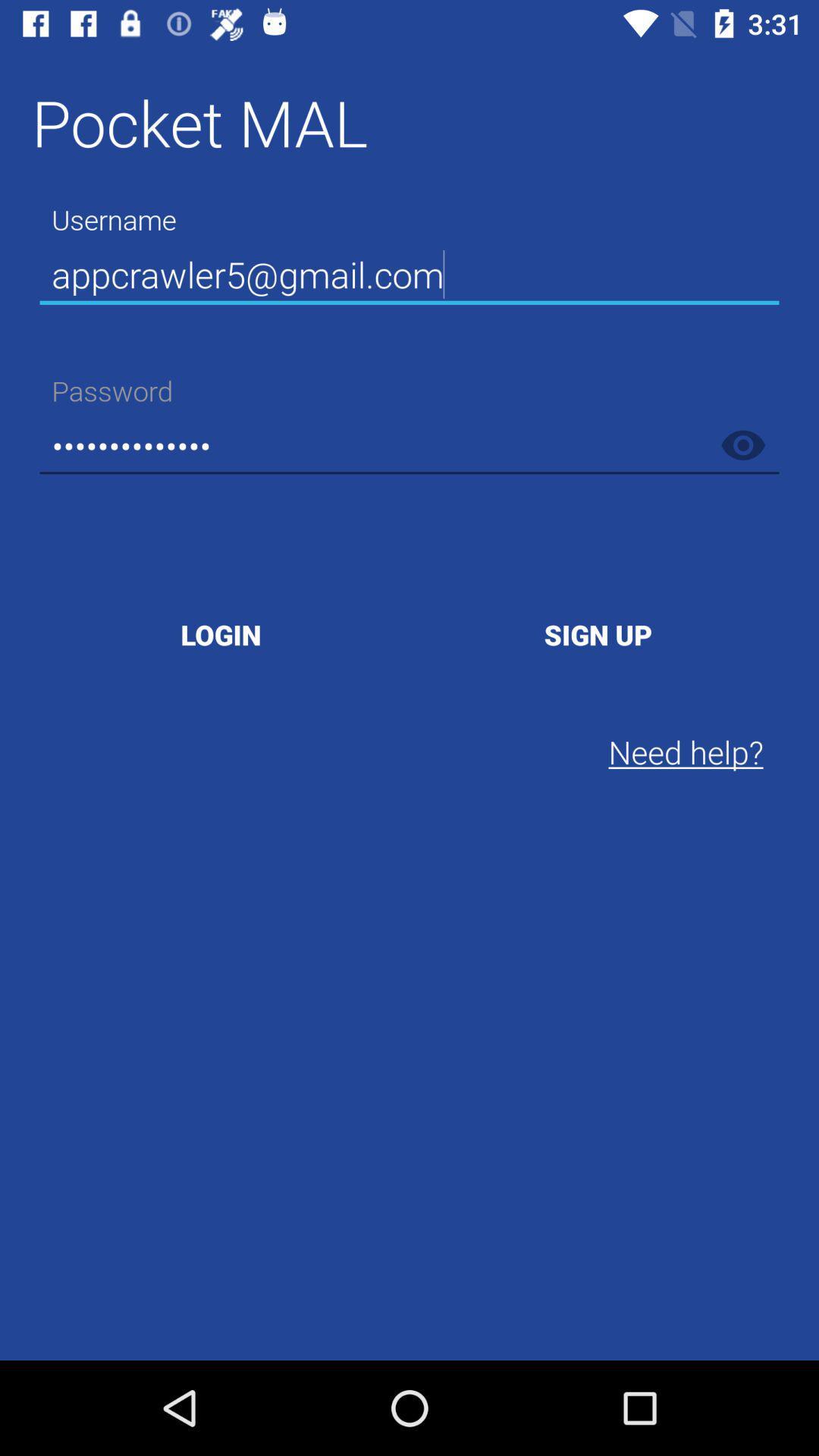 This screenshot has height=1456, width=819. Describe the element at coordinates (742, 444) in the screenshot. I see `show password` at that location.